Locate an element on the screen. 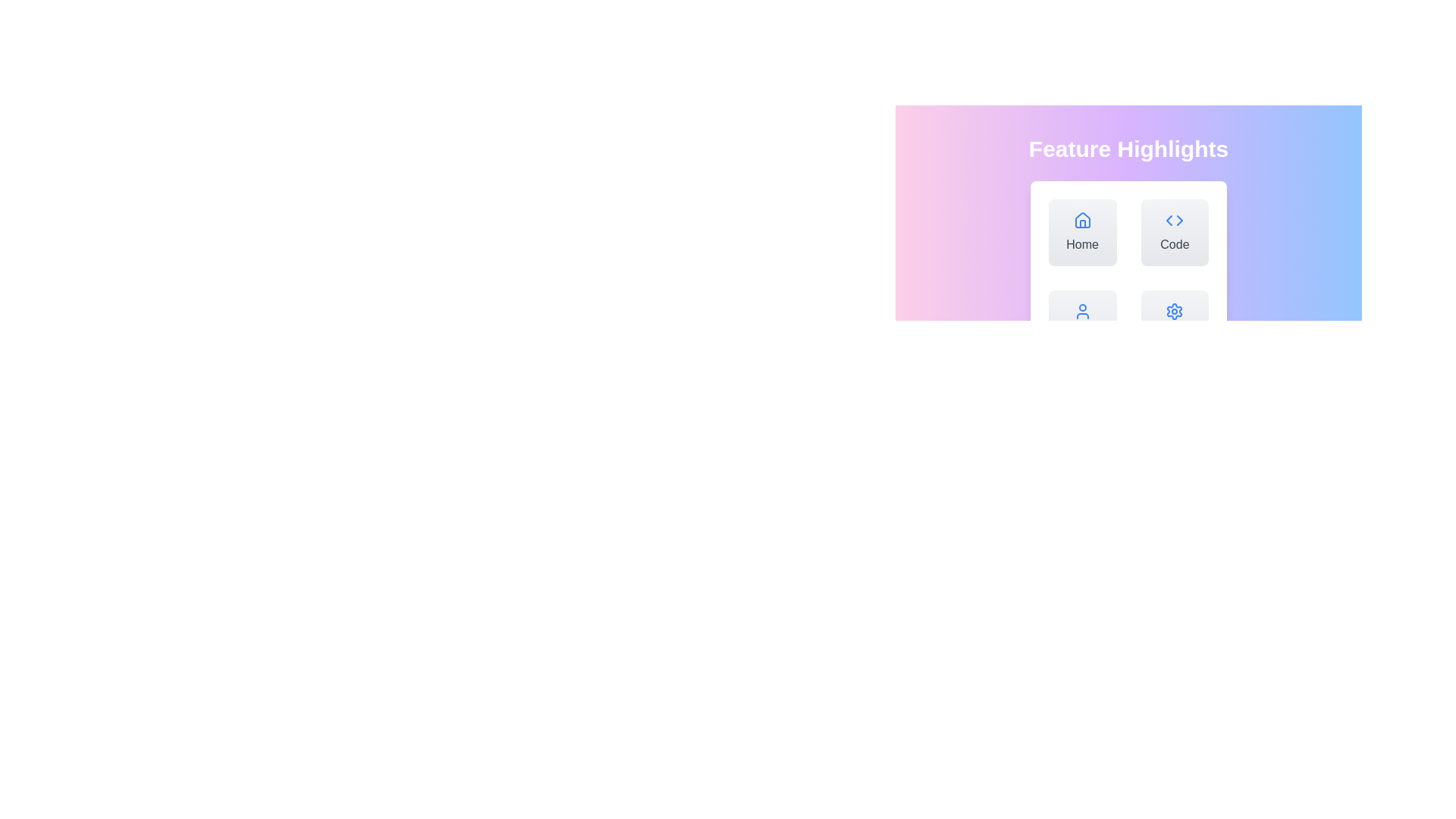  the settings icon located at the bottom-right of the grid under 'Feature Highlights' is located at coordinates (1174, 311).